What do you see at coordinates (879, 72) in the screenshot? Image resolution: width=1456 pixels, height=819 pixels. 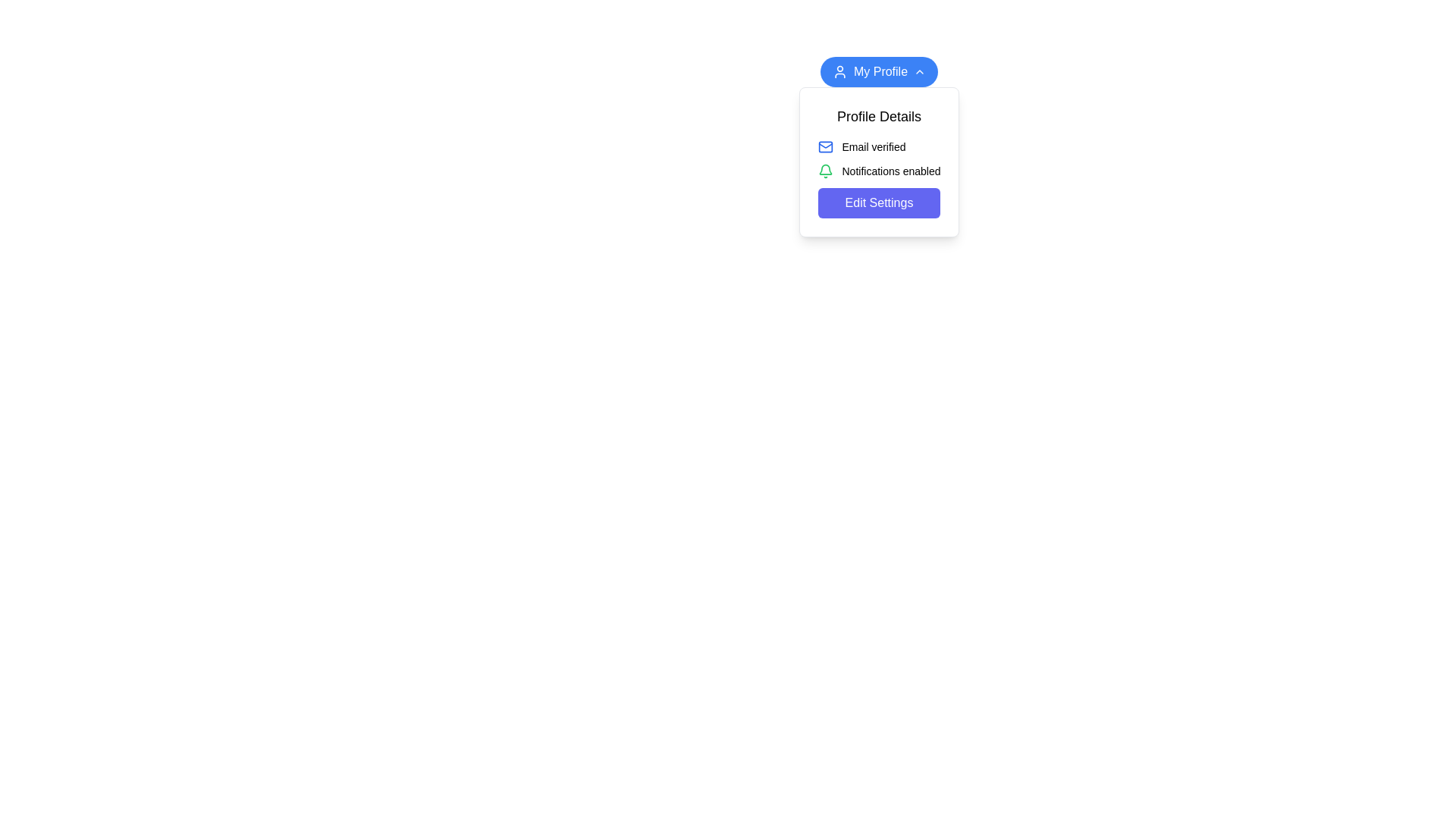 I see `the 'My Profile' button with a blue background and white text` at bounding box center [879, 72].